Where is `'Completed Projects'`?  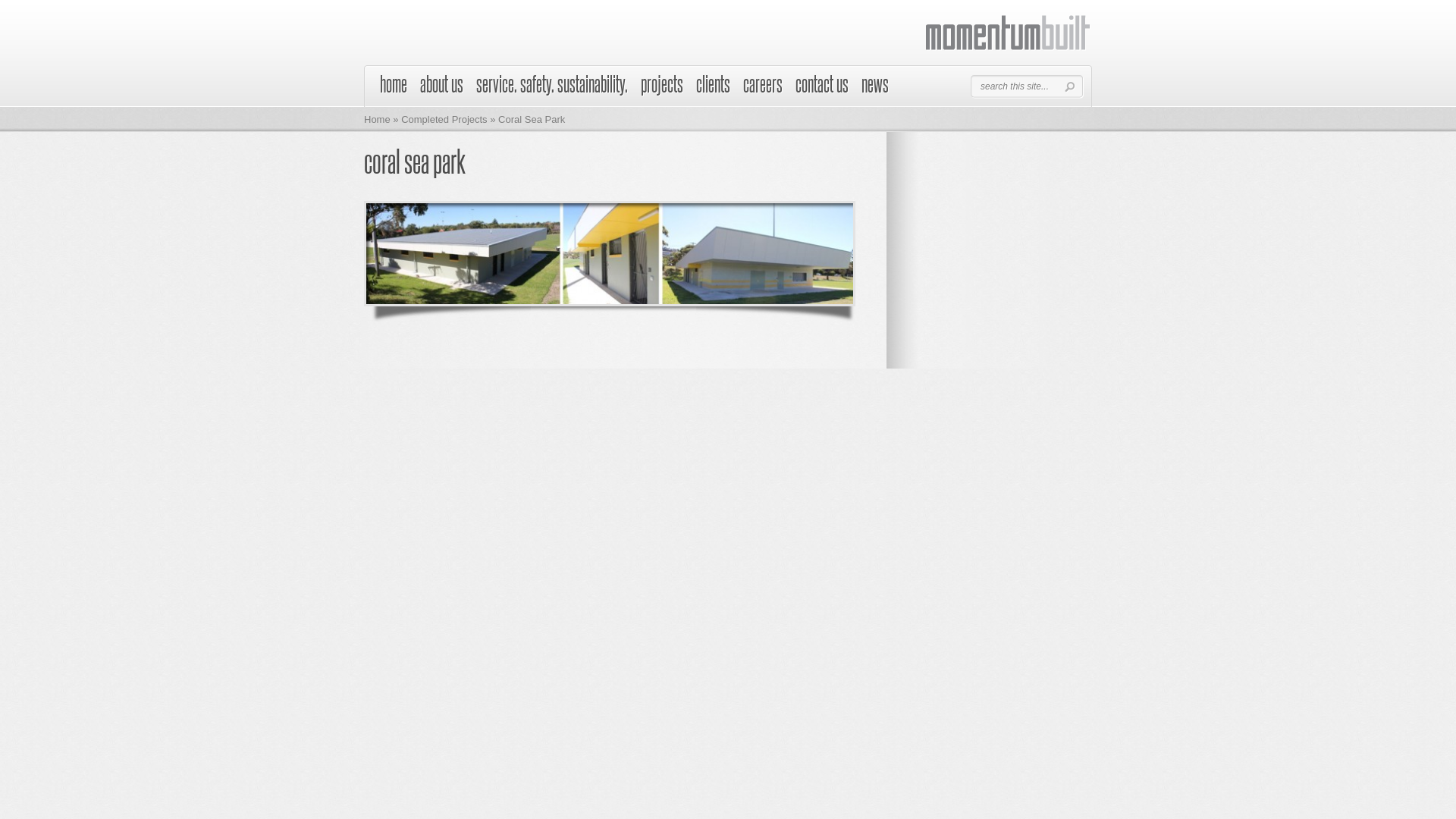 'Completed Projects' is located at coordinates (443, 118).